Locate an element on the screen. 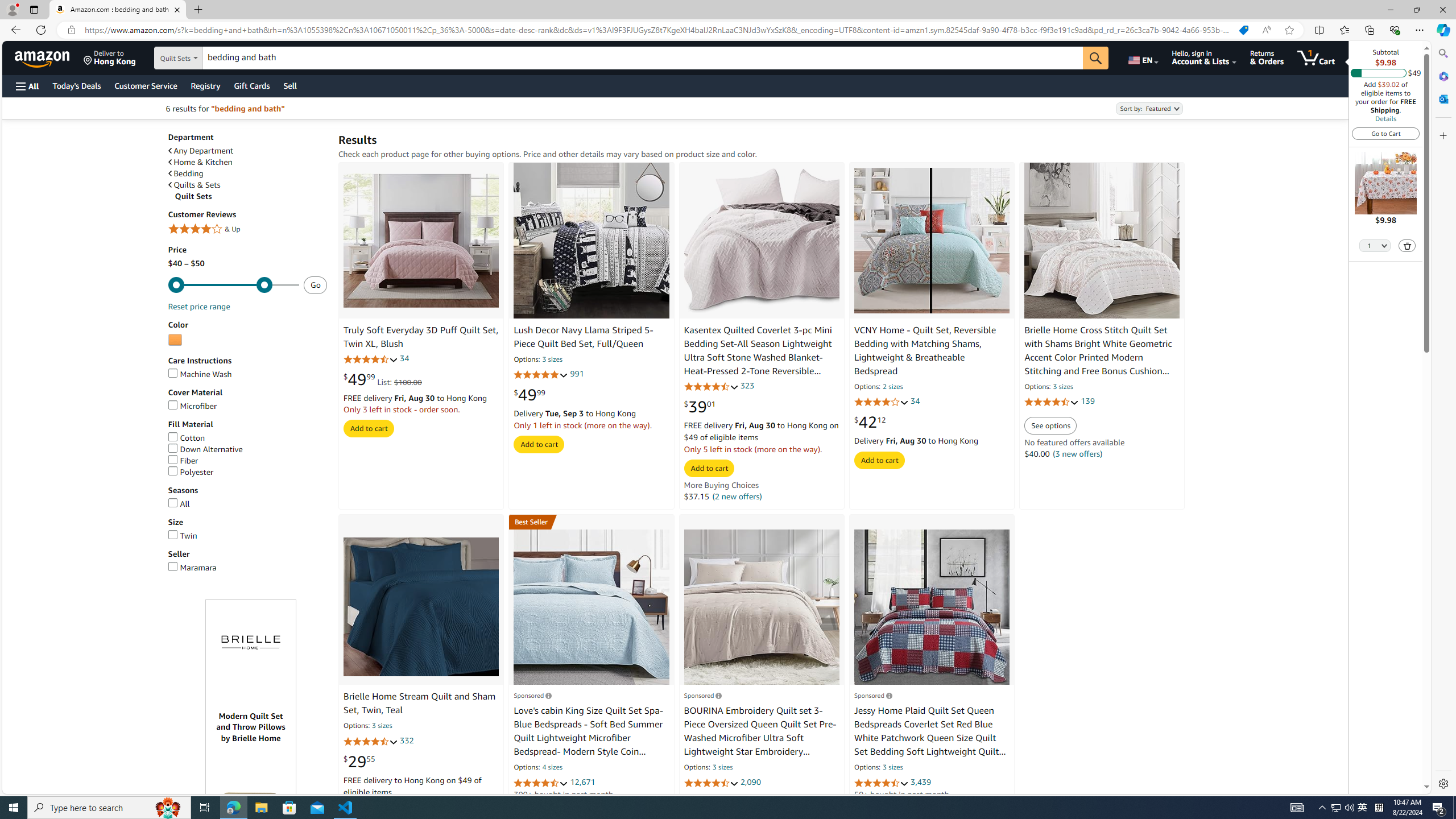 This screenshot has width=1456, height=819. 'Search Amazon' is located at coordinates (642, 58).